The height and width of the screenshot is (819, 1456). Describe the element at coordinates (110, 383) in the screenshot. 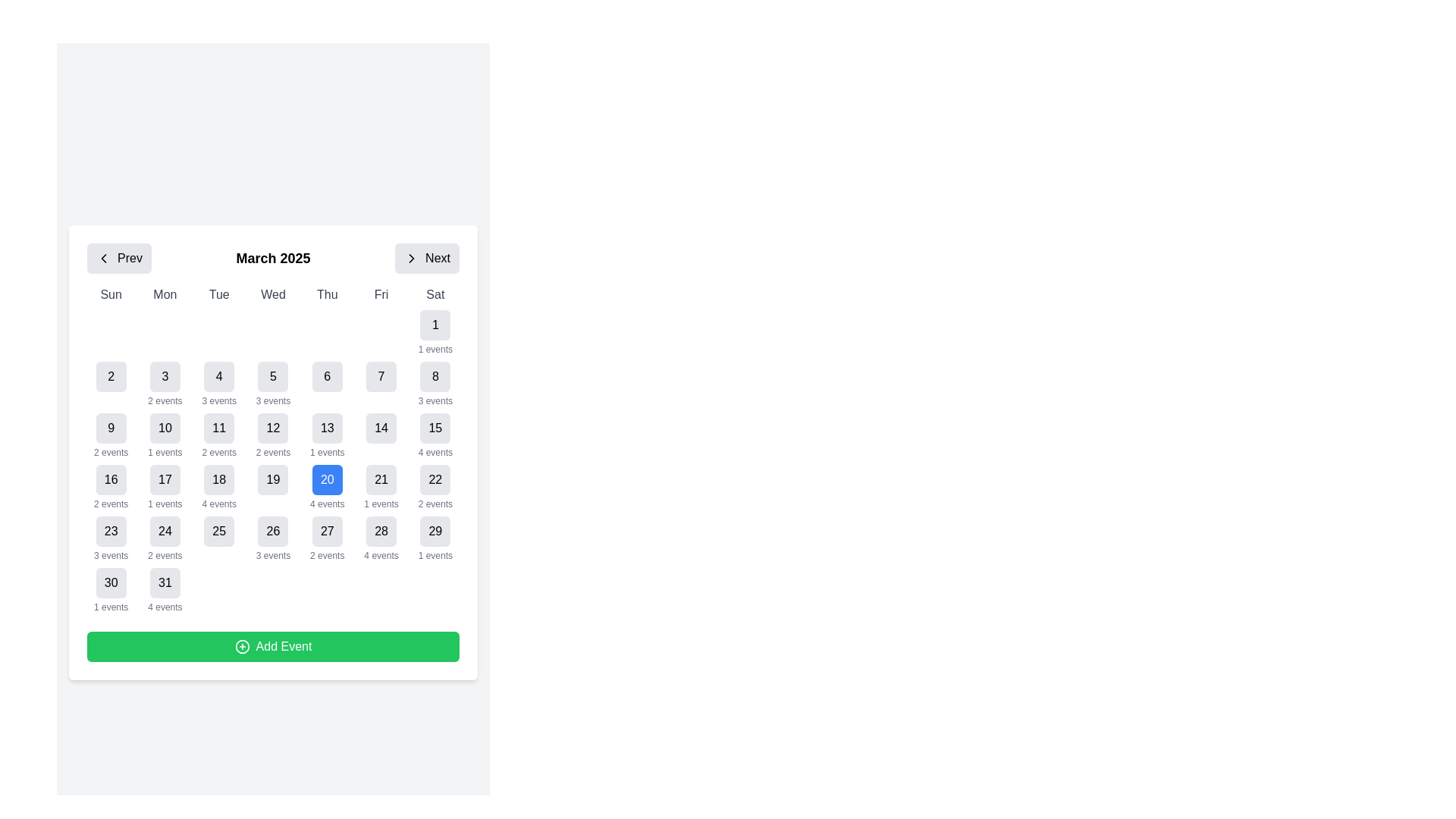

I see `the button displaying the number '2' in bold font located in the calendar grid under the 'Sun' column` at that location.